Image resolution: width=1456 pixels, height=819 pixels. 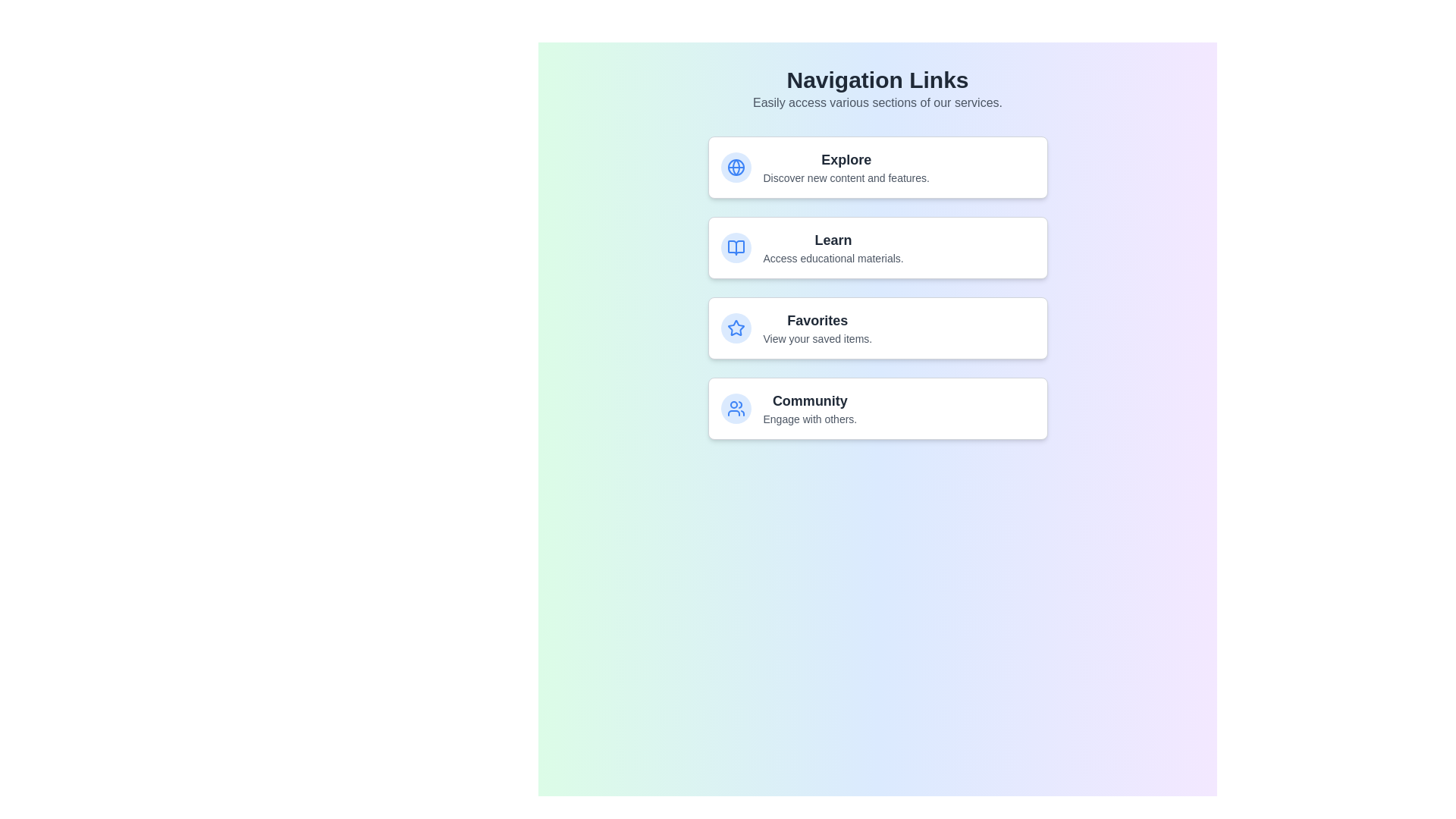 What do you see at coordinates (846, 177) in the screenshot?
I see `text label that says 'Discover new content and features.' which is styled with a small font size and gray color, positioned under the 'Explore' text in the first navigation tile` at bounding box center [846, 177].